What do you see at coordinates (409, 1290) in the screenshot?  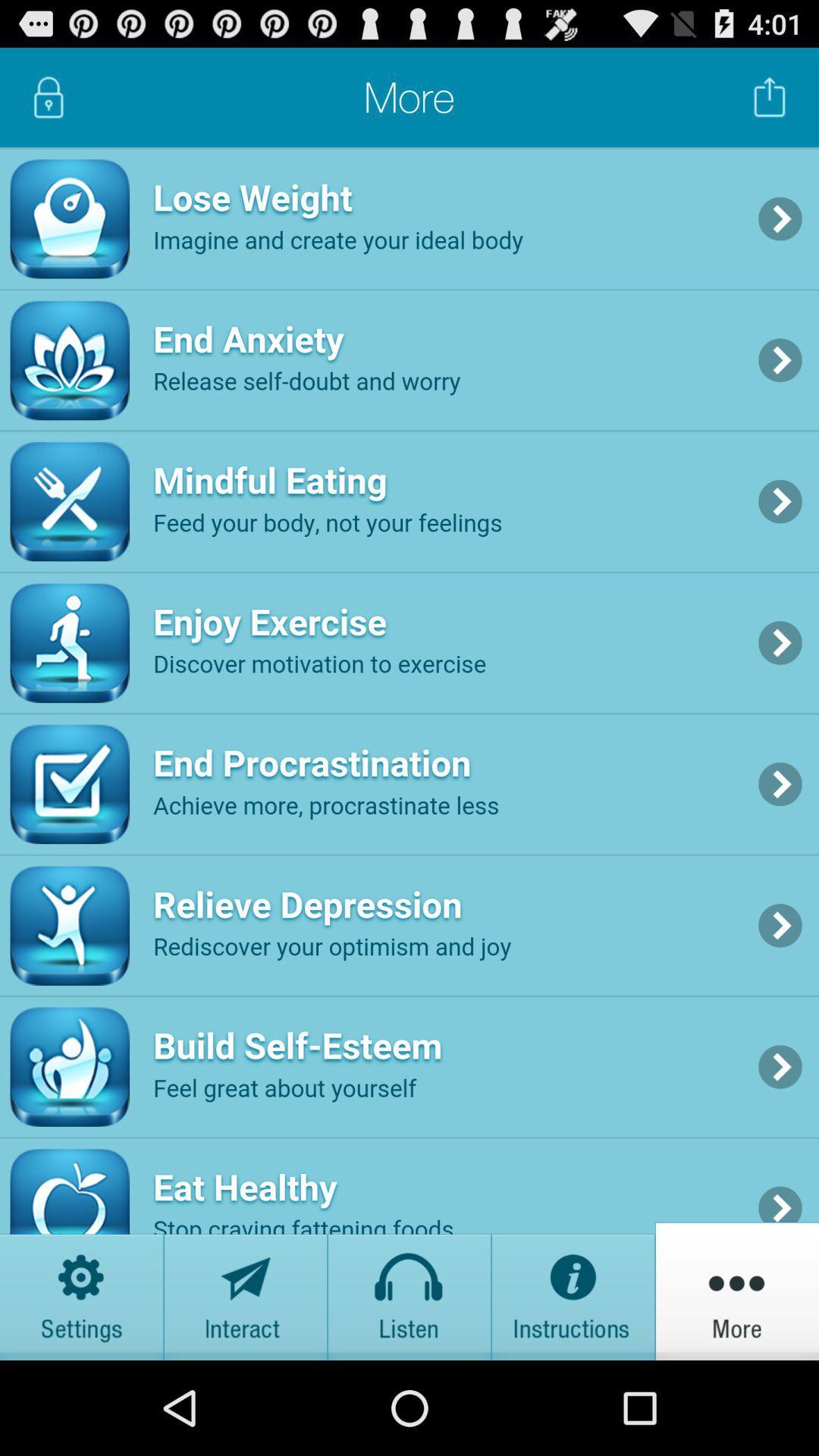 I see `music icon` at bounding box center [409, 1290].